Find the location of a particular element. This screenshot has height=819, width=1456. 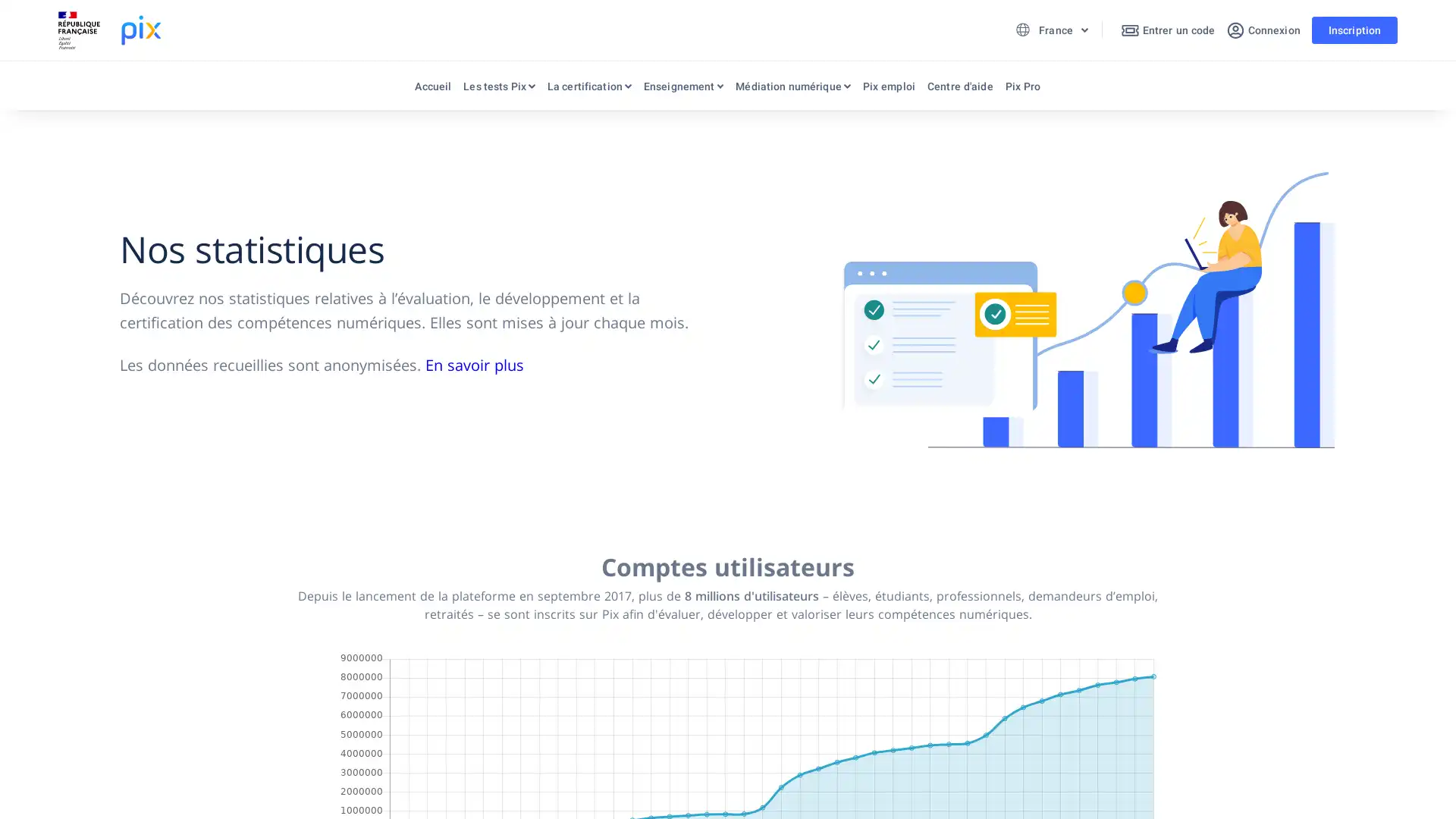

Enseignement is located at coordinates (682, 89).